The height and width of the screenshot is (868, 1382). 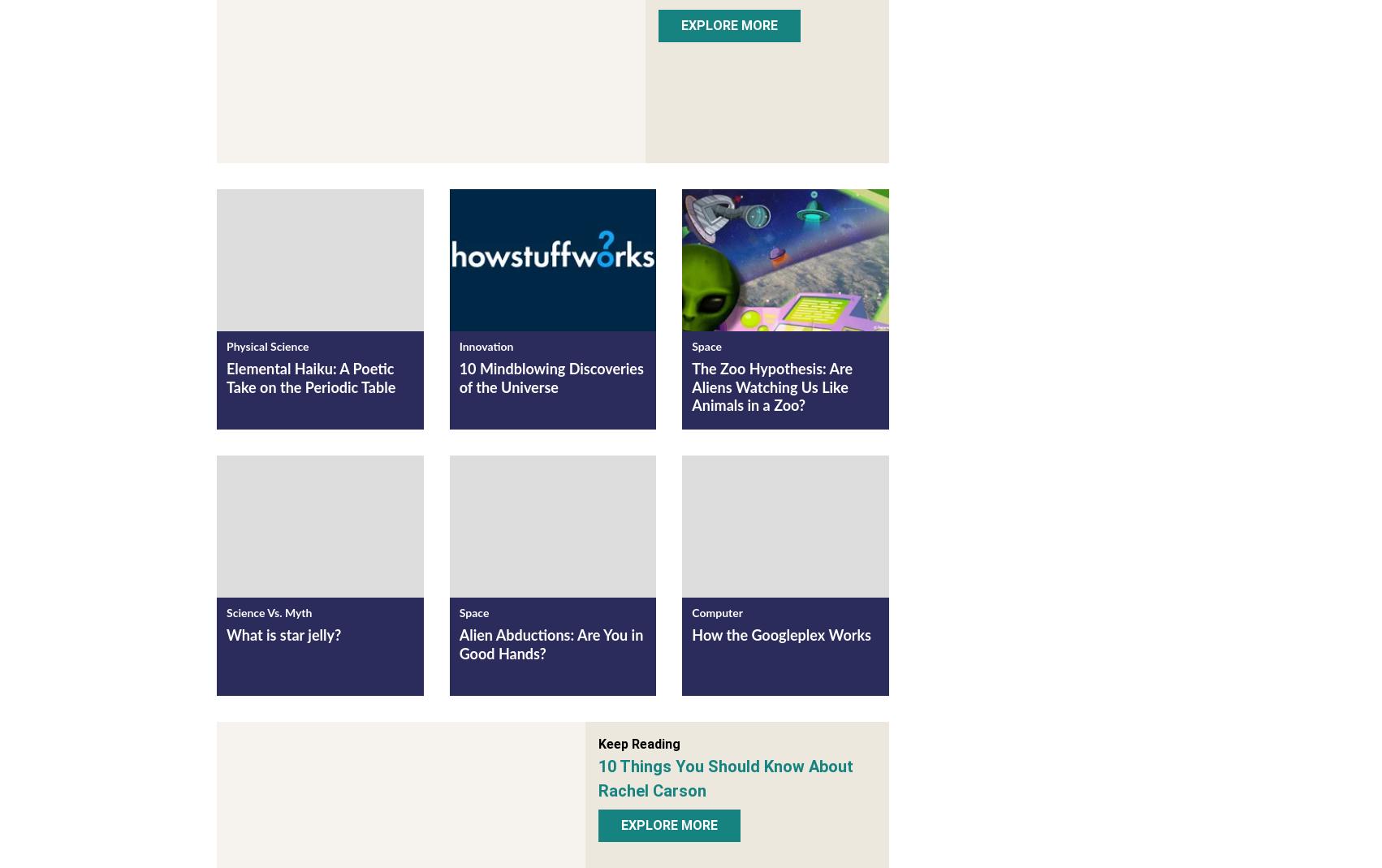 What do you see at coordinates (458, 349) in the screenshot?
I see `'Innovation'` at bounding box center [458, 349].